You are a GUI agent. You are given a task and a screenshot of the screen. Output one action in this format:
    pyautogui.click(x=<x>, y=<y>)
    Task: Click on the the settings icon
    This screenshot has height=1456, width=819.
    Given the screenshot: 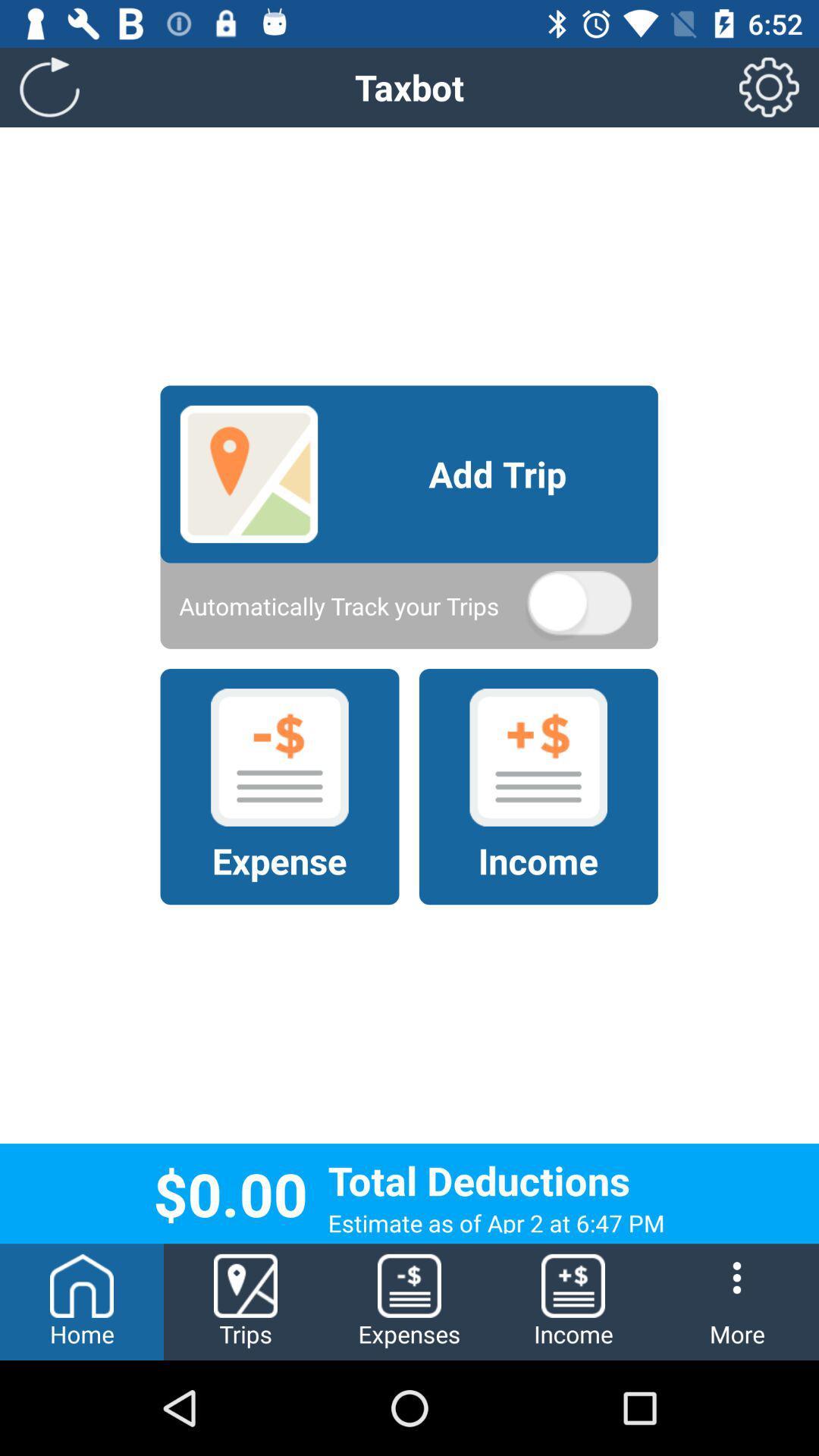 What is the action you would take?
    pyautogui.click(x=769, y=86)
    